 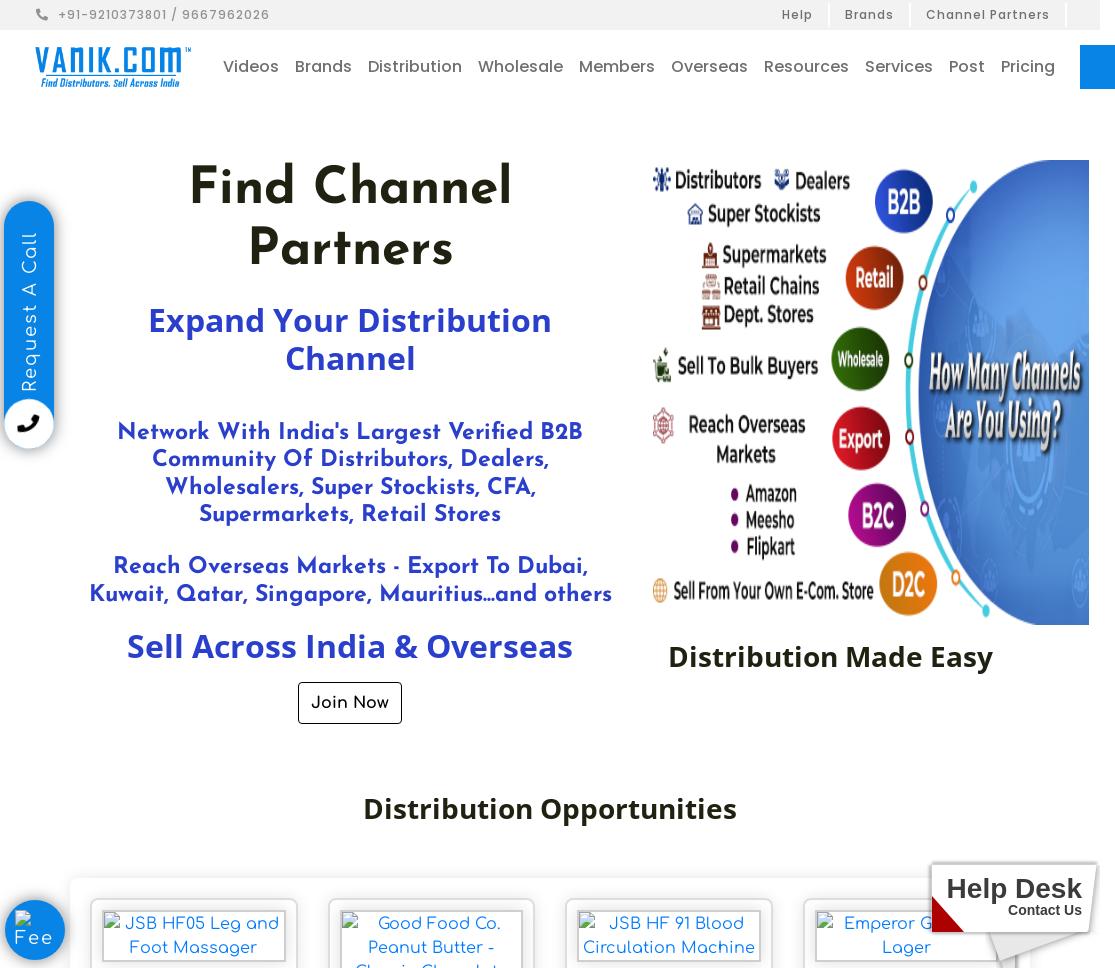 I want to click on 'Pricing', so click(x=1026, y=65).